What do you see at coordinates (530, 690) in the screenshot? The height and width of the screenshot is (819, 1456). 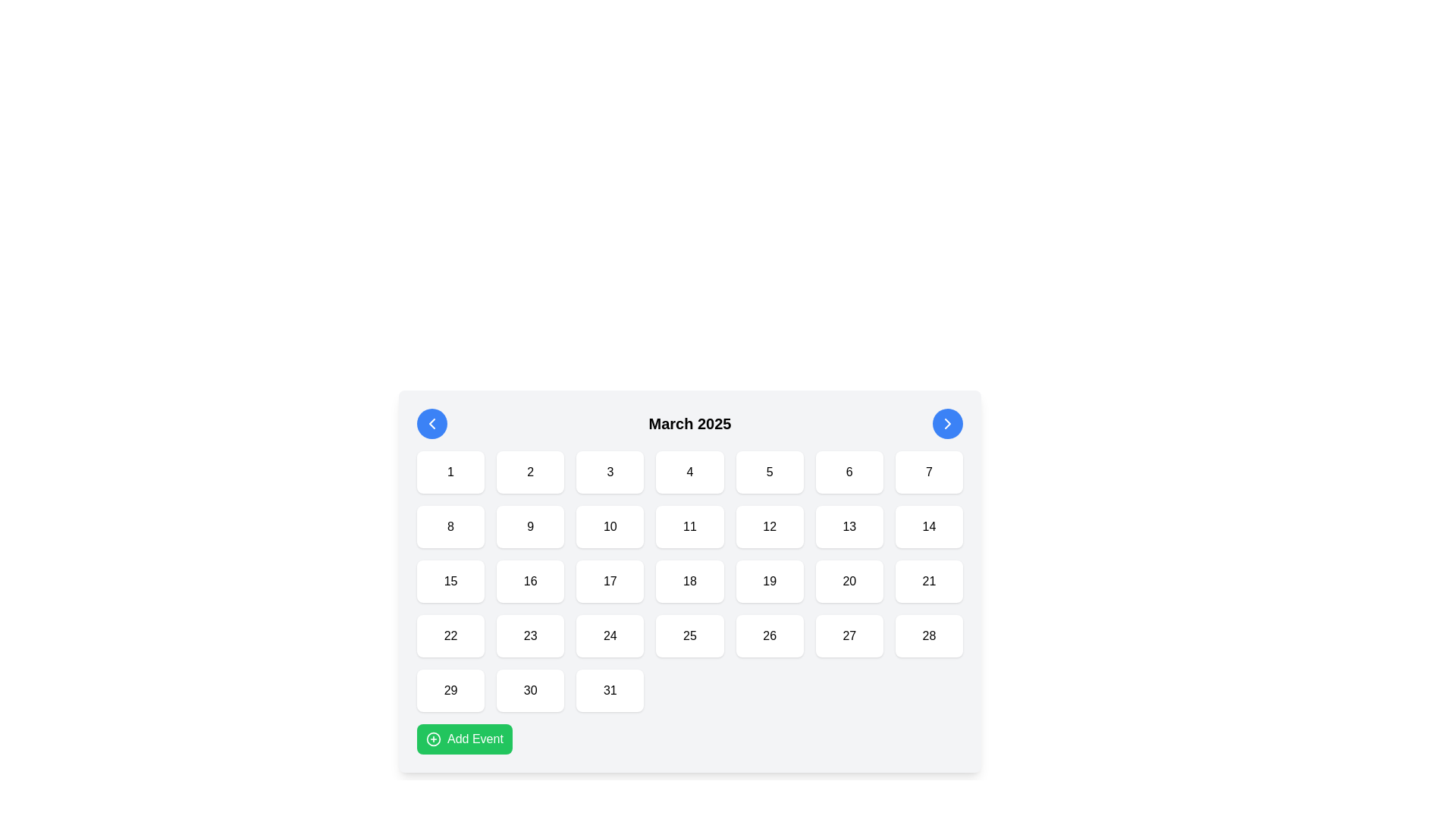 I see `the grid cell displaying the number '30' in the 5th row and 2nd column of a 7-column layout` at bounding box center [530, 690].